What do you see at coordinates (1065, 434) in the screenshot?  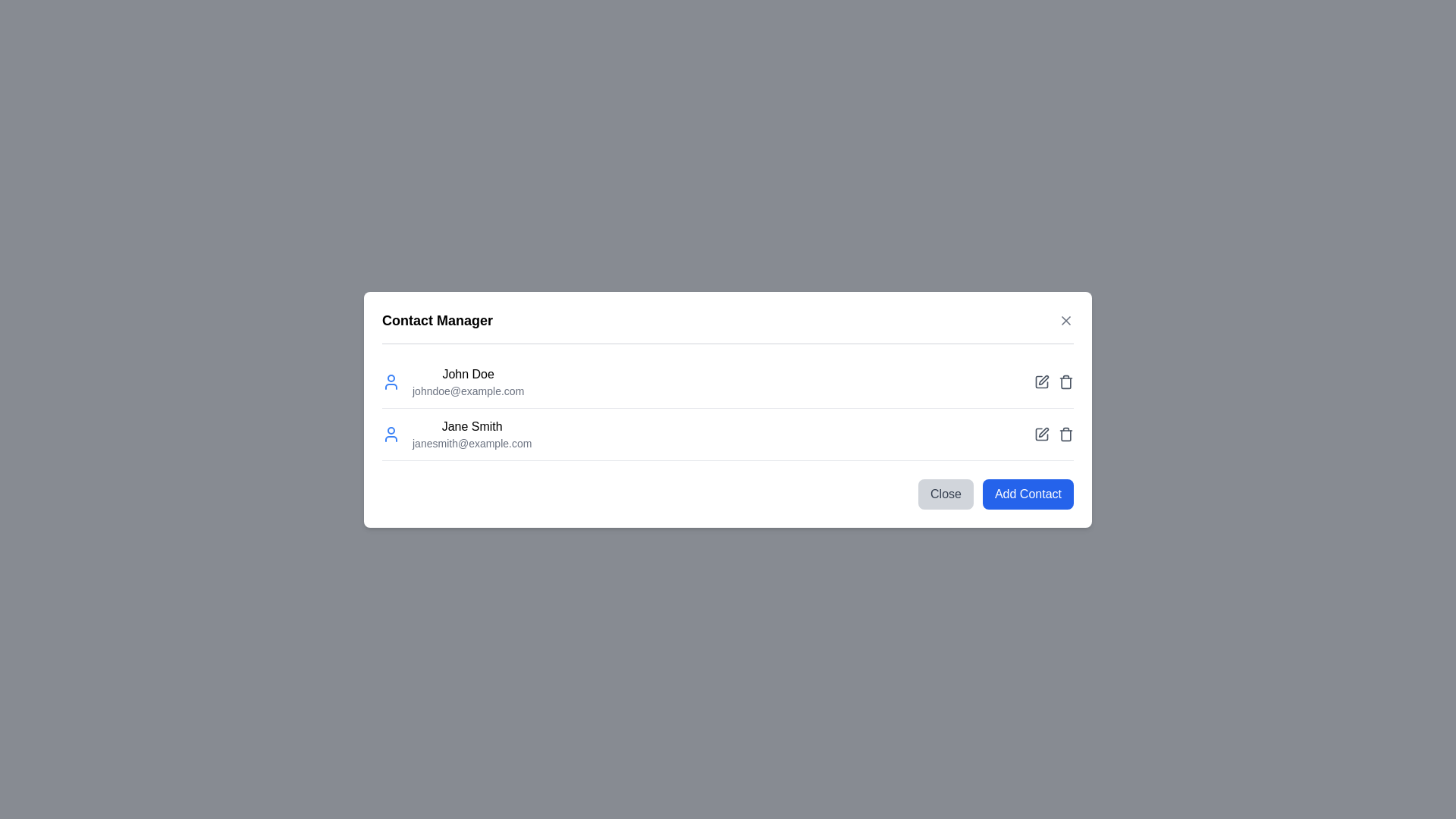 I see `the delete button located` at bounding box center [1065, 434].